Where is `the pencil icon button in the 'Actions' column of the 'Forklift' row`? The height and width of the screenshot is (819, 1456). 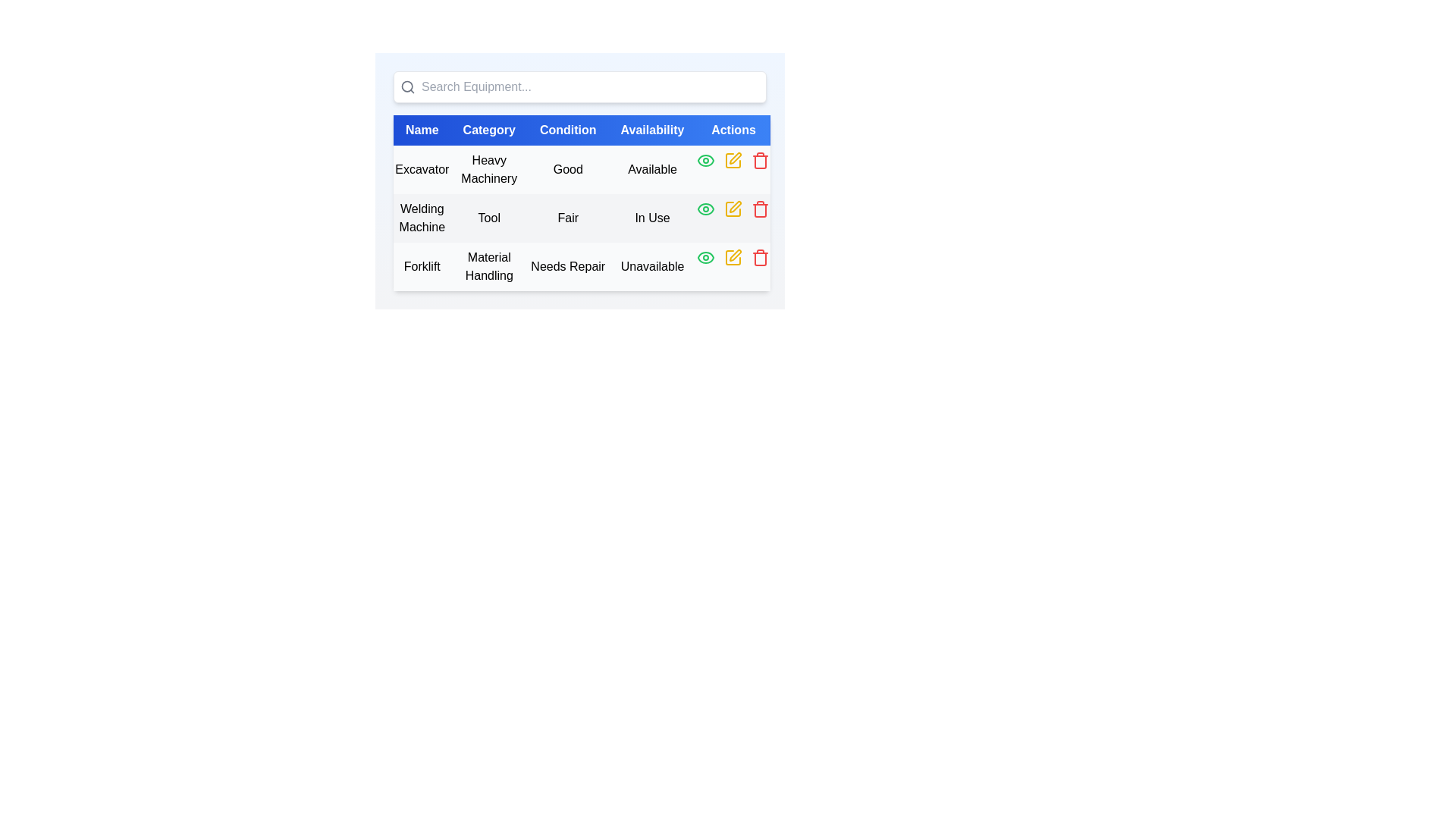 the pencil icon button in the 'Actions' column of the 'Forklift' row is located at coordinates (733, 256).